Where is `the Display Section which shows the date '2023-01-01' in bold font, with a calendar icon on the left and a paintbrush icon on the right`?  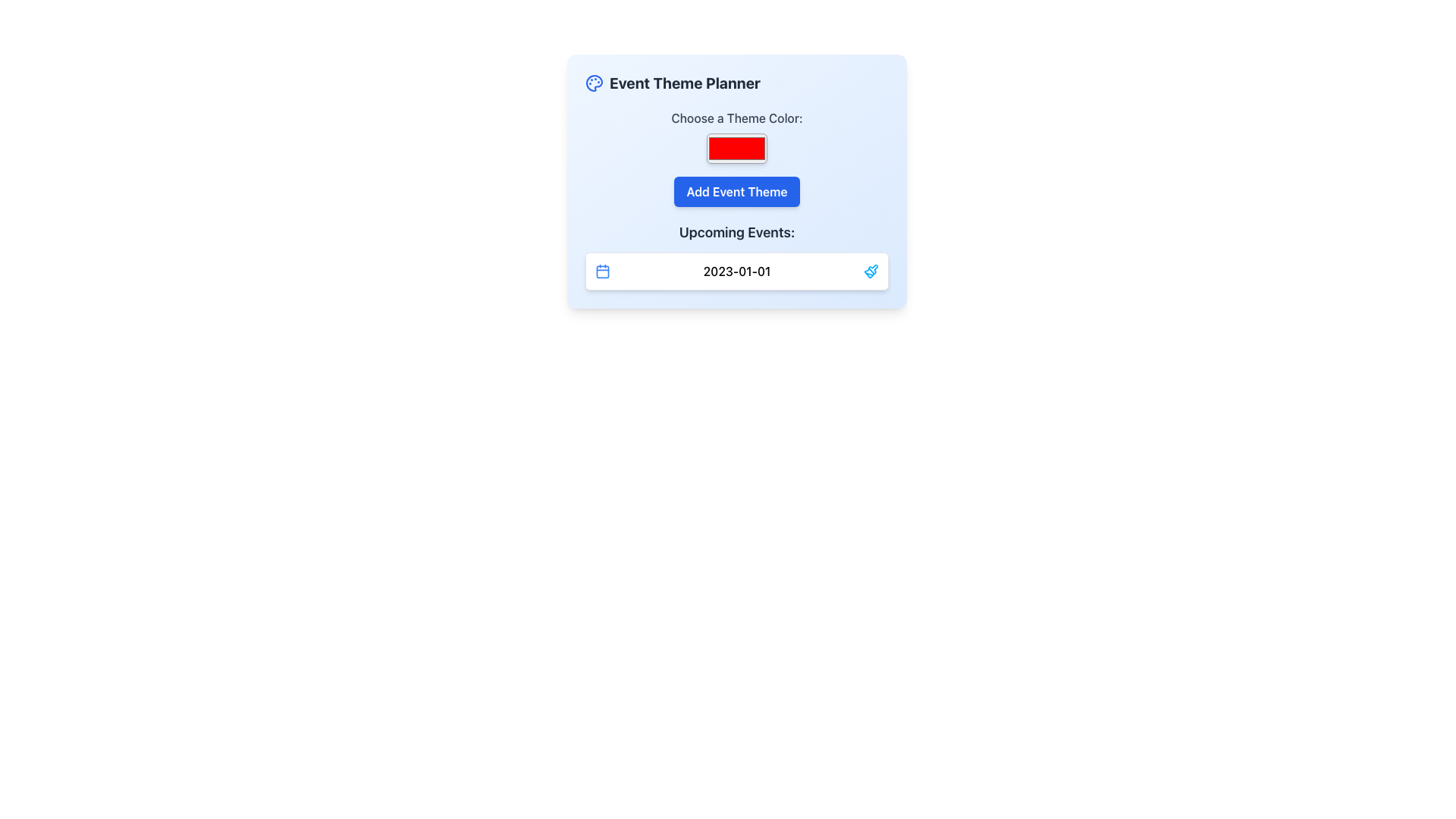
the Display Section which shows the date '2023-01-01' in bold font, with a calendar icon on the left and a paintbrush icon on the right is located at coordinates (736, 271).